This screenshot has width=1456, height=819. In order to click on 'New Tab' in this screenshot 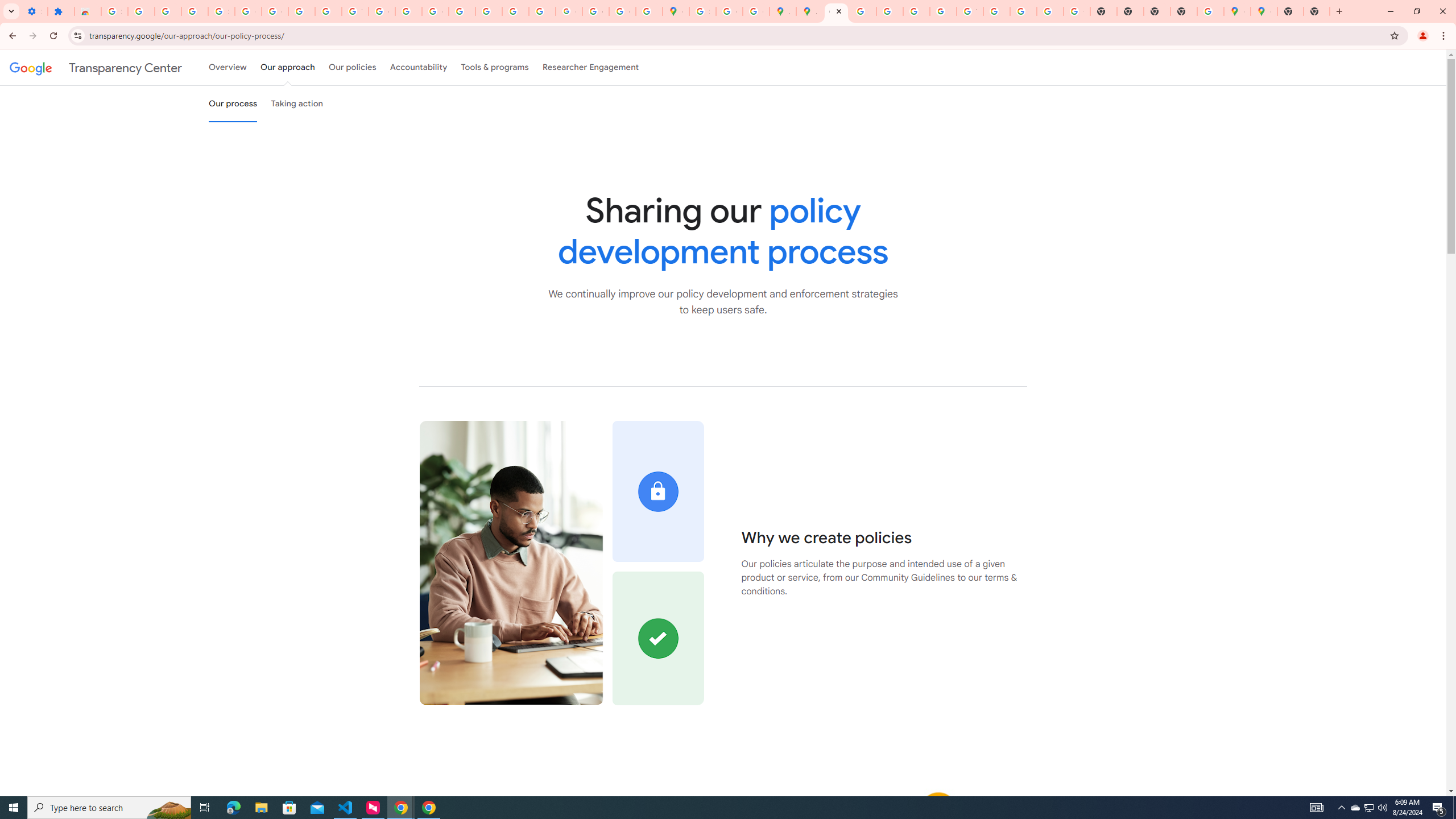, I will do `click(1317, 11)`.